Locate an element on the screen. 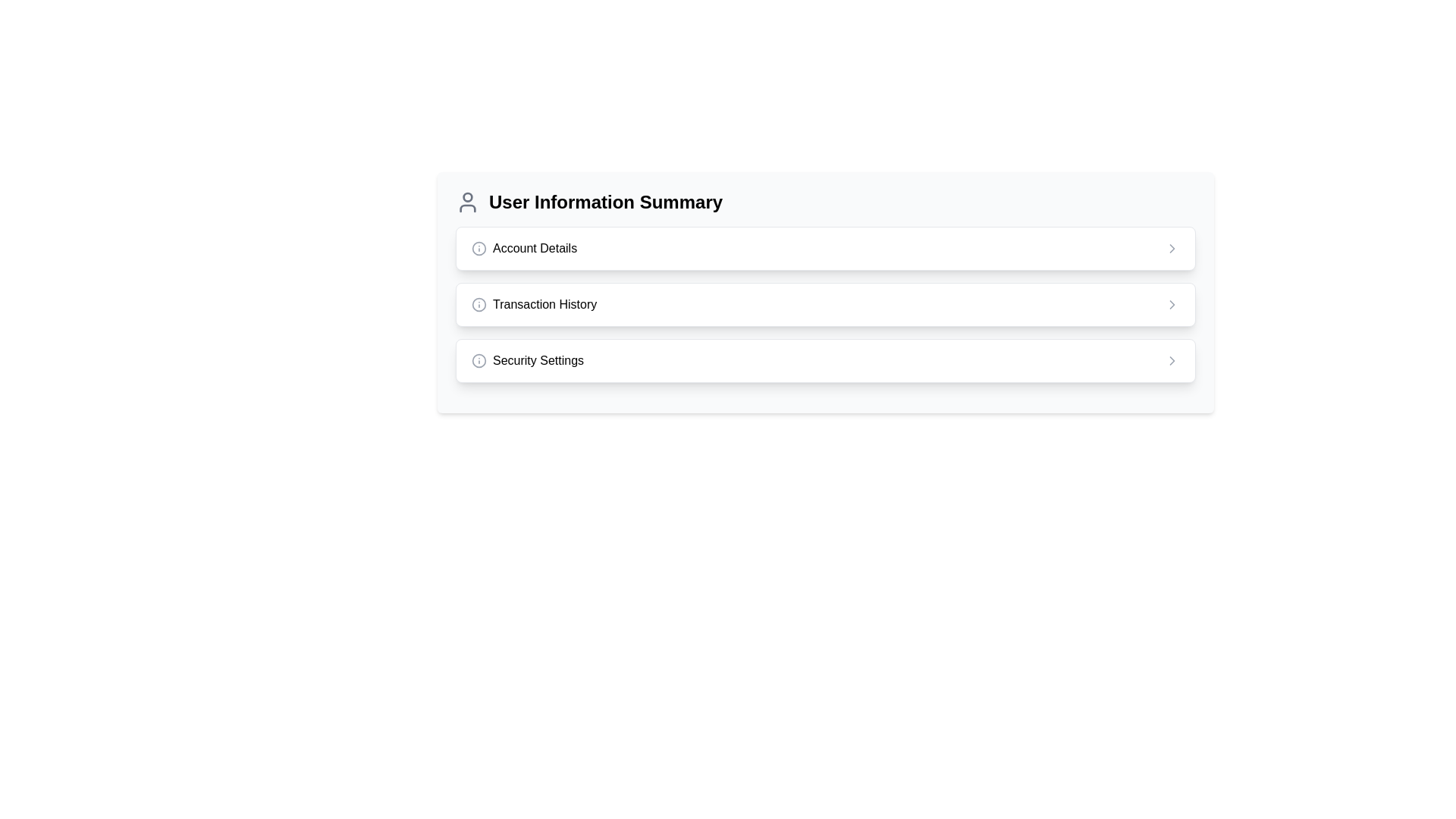  the circular icon with a thin border next to the 'Account Details' list item in the user information summary table is located at coordinates (479, 247).